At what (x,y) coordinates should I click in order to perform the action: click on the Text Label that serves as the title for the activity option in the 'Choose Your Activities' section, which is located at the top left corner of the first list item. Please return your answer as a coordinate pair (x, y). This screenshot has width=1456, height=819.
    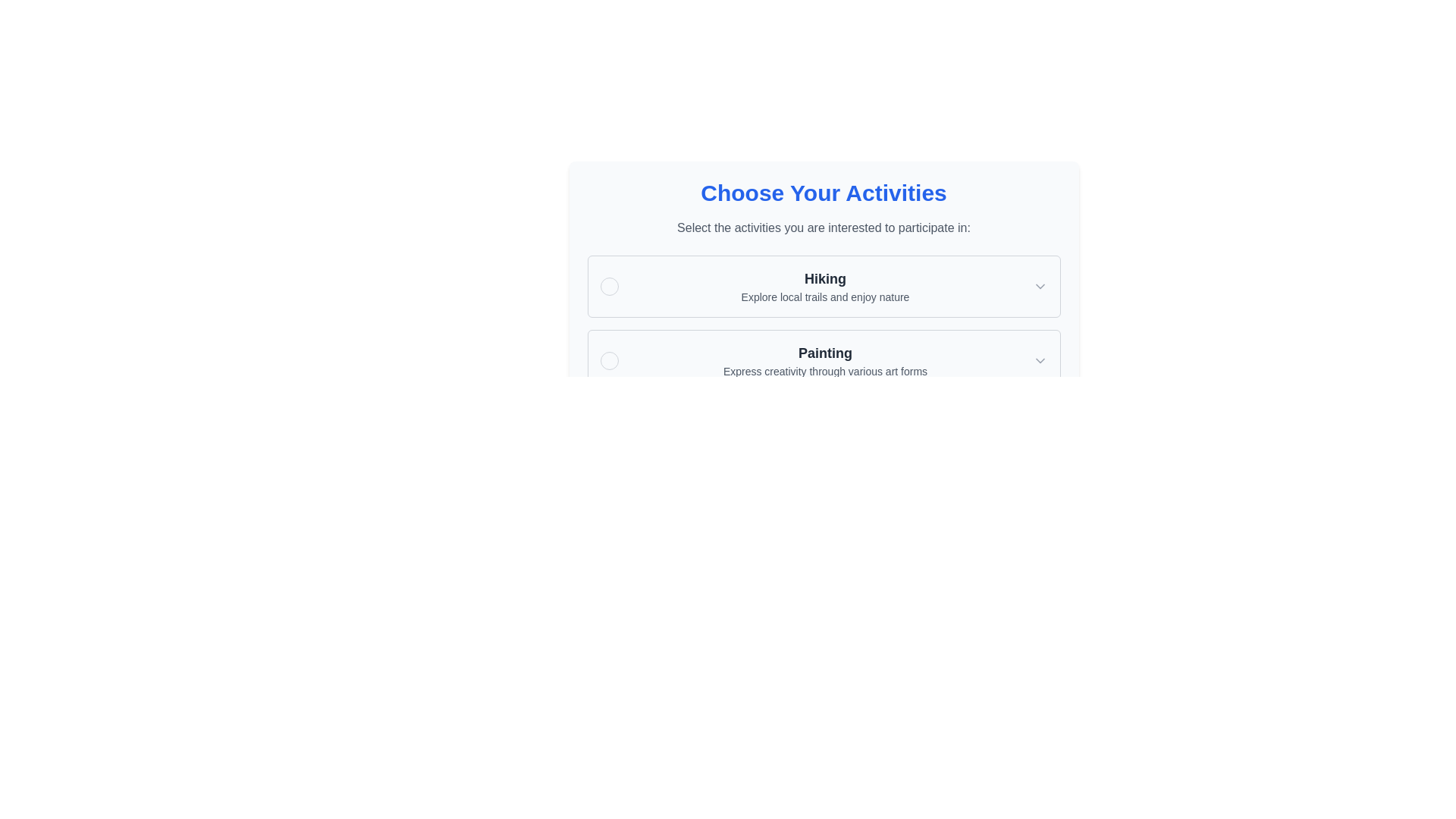
    Looking at the image, I should click on (824, 278).